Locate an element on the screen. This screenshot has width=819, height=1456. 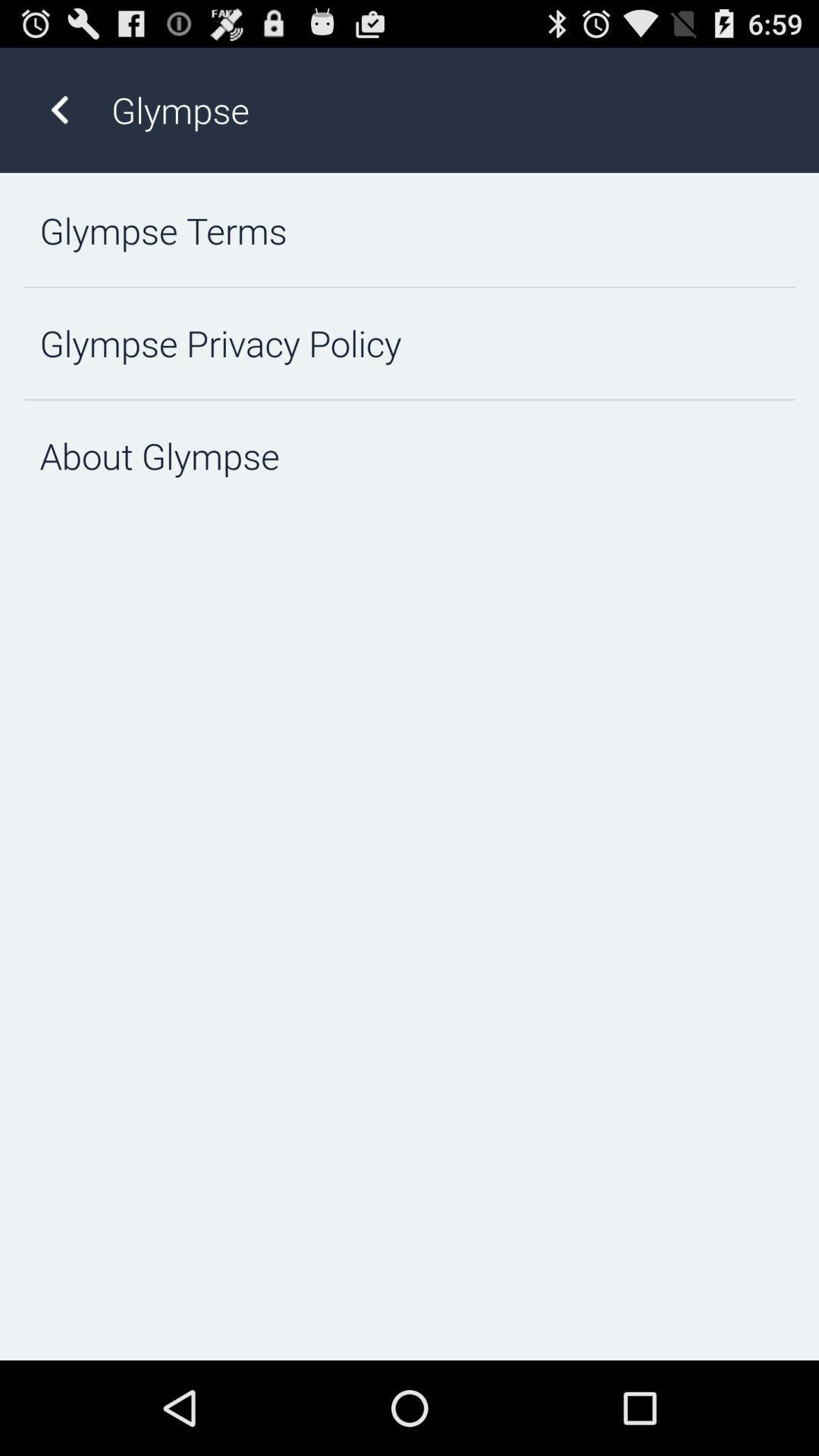
the about glympse is located at coordinates (409, 455).